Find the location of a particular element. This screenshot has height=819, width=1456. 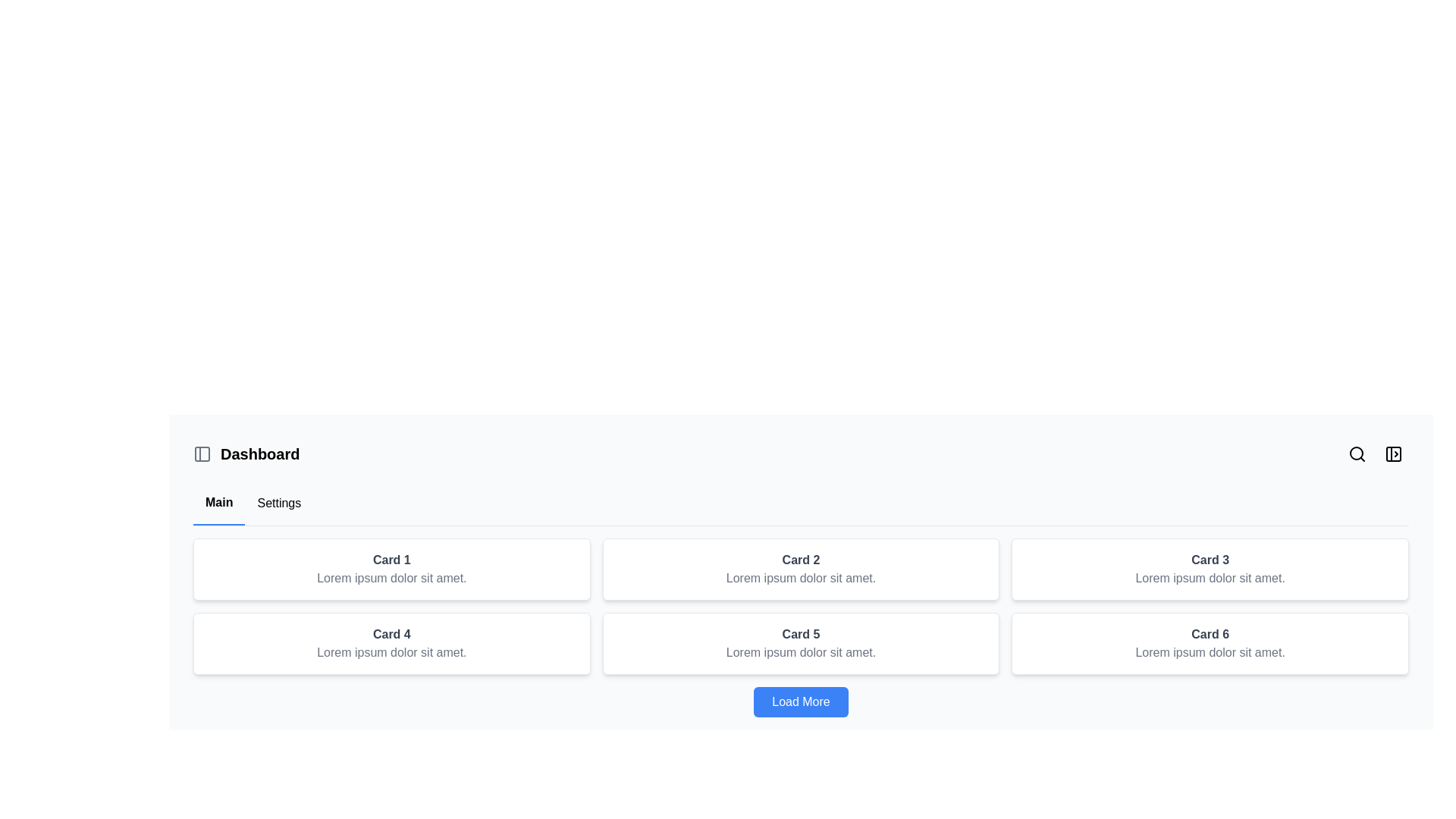

the magnifying glass icon positioned near the top-right corner of the interface to initiate a search action is located at coordinates (1357, 453).